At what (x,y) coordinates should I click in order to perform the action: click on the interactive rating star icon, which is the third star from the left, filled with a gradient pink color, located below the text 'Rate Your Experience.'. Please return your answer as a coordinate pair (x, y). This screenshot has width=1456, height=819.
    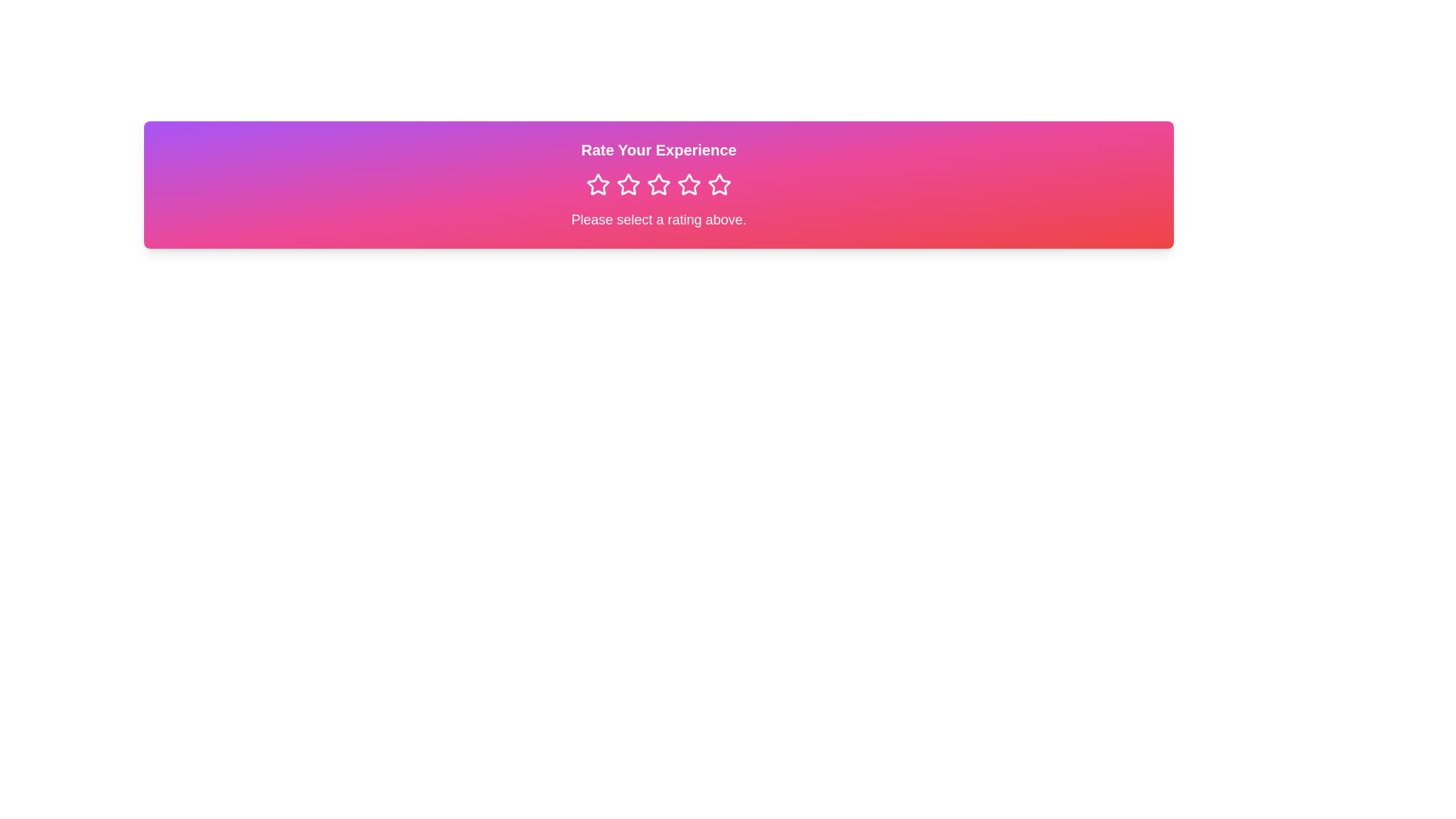
    Looking at the image, I should click on (658, 184).